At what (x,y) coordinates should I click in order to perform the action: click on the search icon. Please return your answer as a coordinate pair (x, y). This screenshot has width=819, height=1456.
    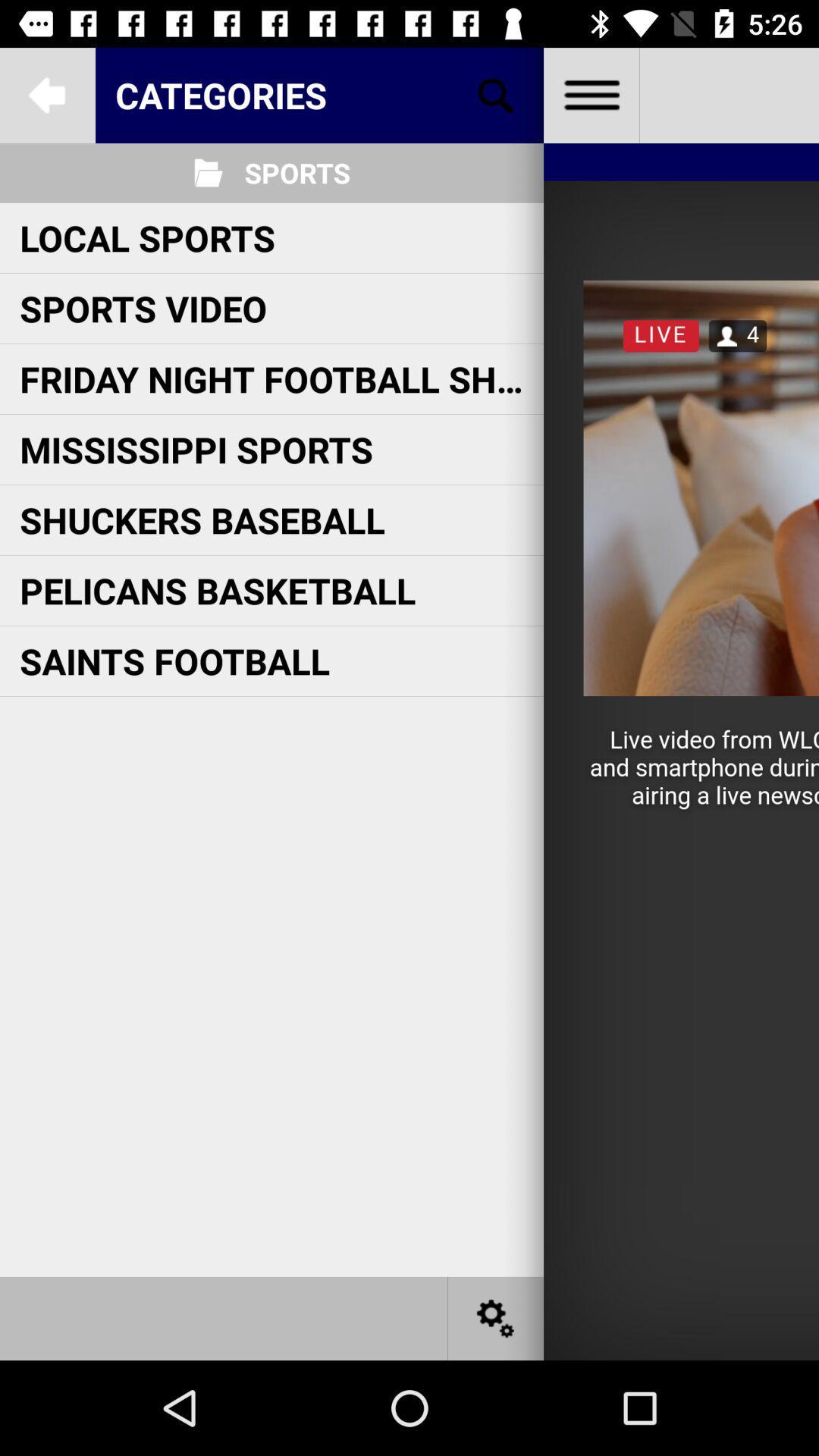
    Looking at the image, I should click on (496, 94).